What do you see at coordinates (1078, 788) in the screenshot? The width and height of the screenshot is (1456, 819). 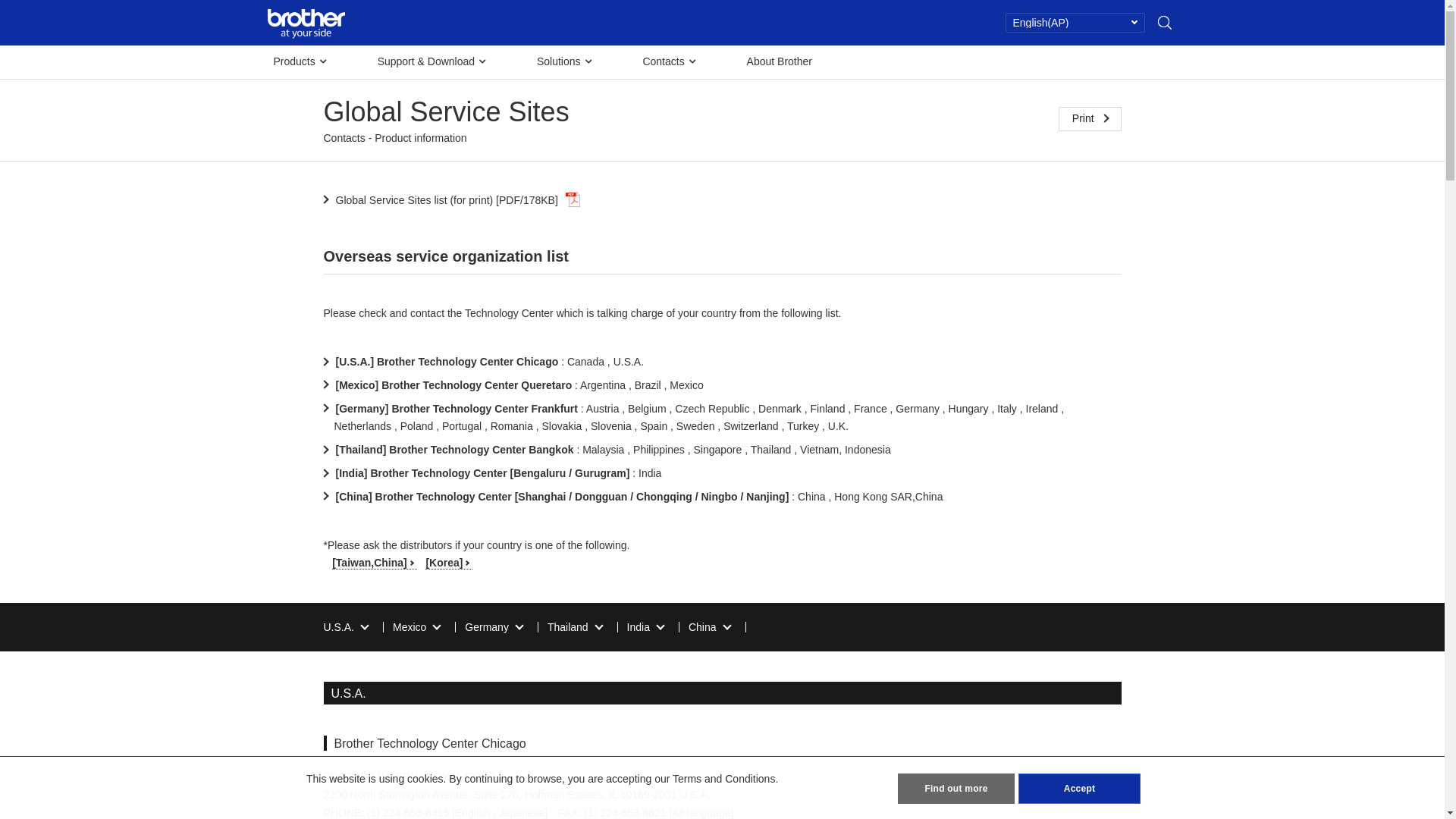 I see `'Accept'` at bounding box center [1078, 788].